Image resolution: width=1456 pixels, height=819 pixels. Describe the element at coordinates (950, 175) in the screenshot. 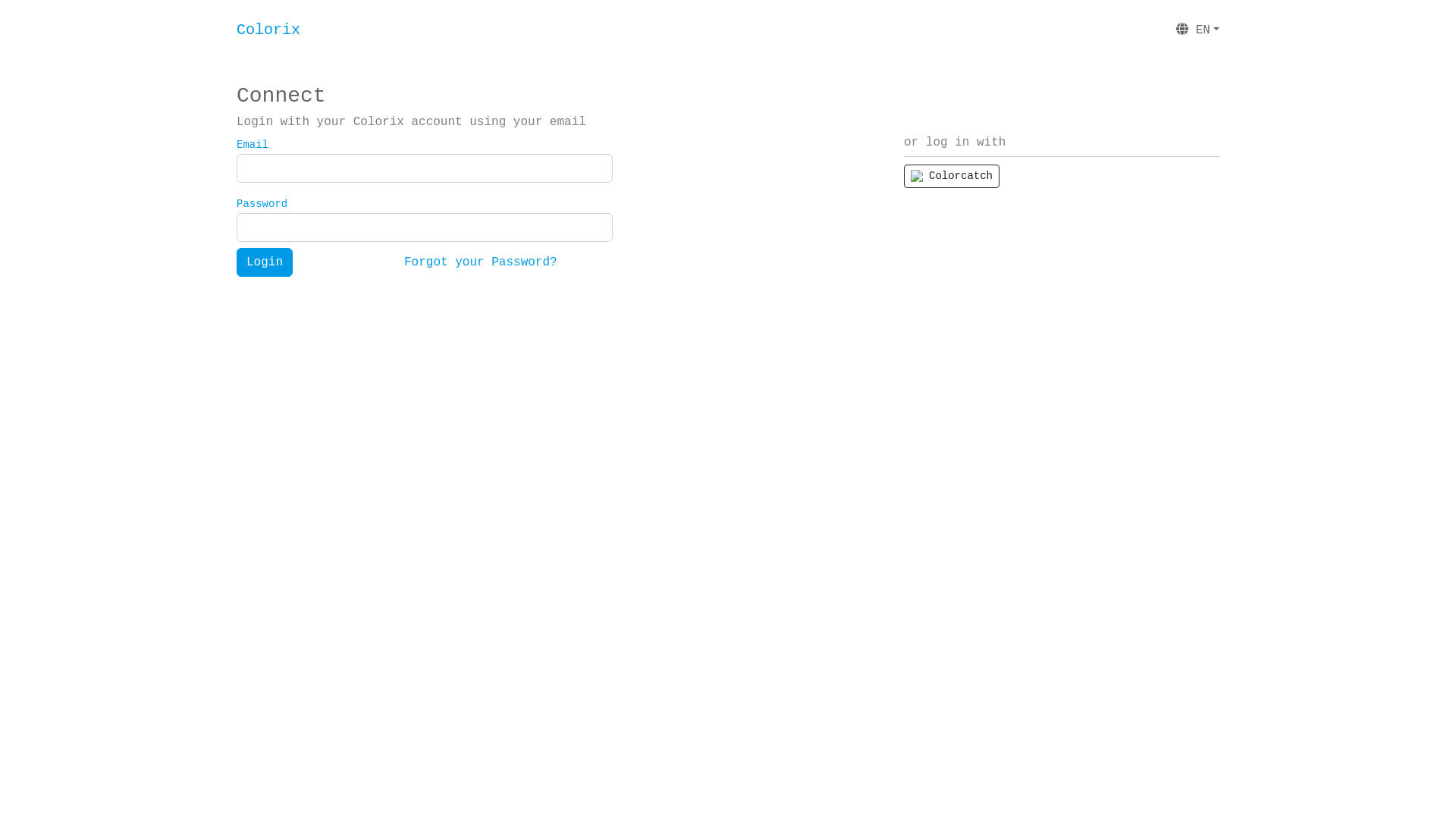

I see `'Colorcatch'` at that location.